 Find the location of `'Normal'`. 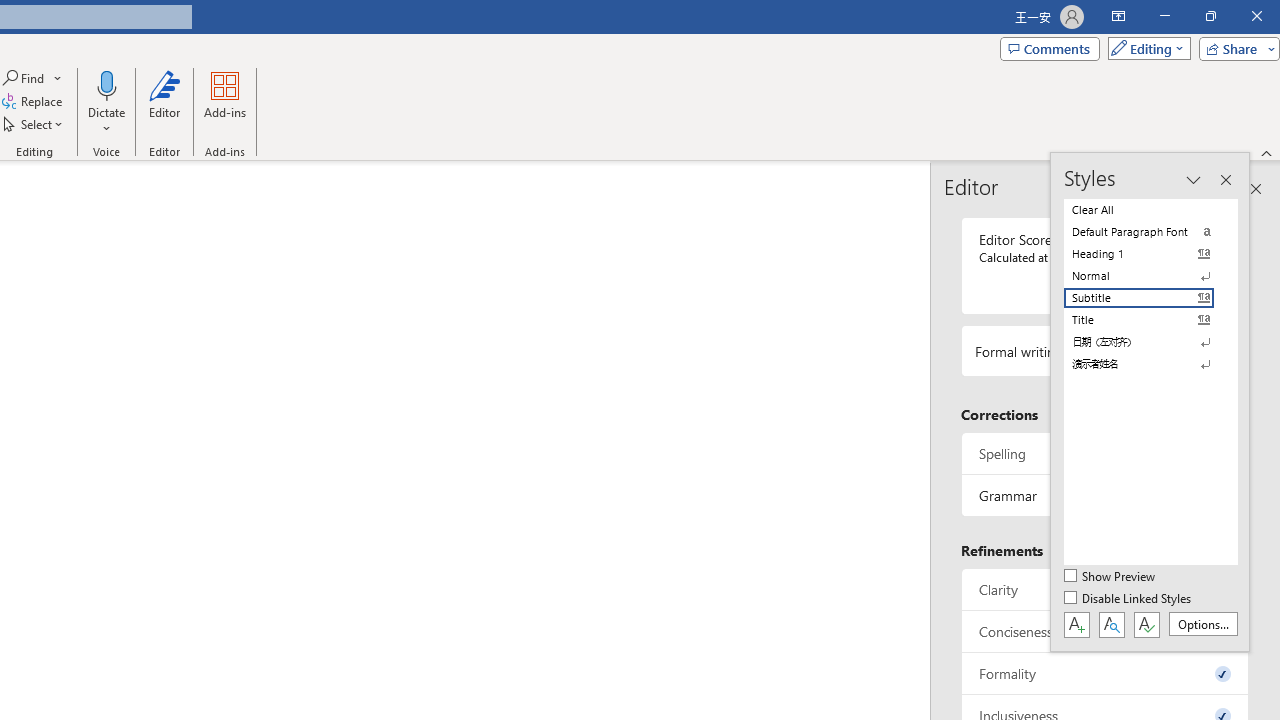

'Normal' is located at coordinates (1150, 276).